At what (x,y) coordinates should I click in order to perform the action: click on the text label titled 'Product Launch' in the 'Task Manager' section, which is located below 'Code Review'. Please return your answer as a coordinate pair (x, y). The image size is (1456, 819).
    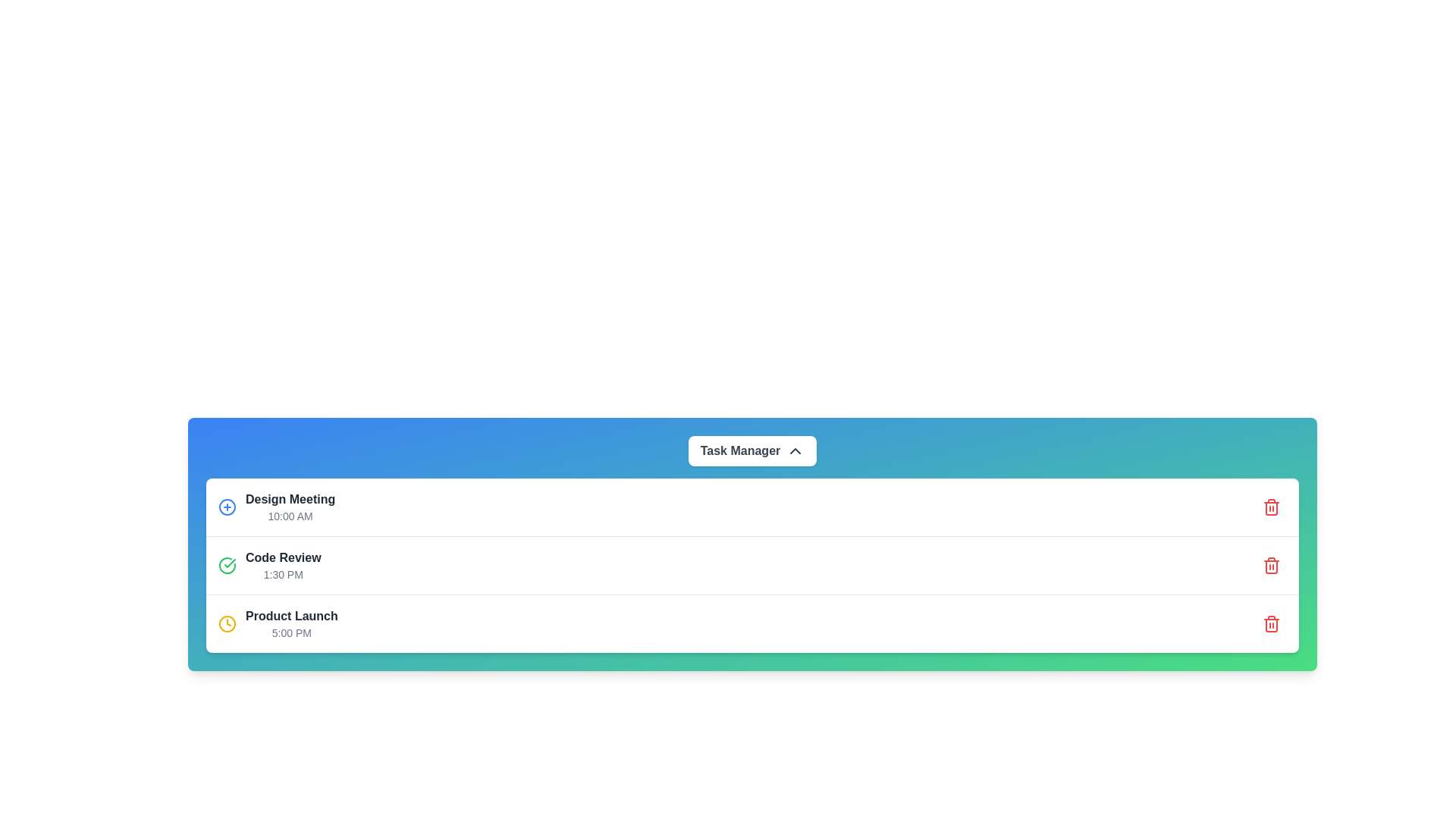
    Looking at the image, I should click on (291, 617).